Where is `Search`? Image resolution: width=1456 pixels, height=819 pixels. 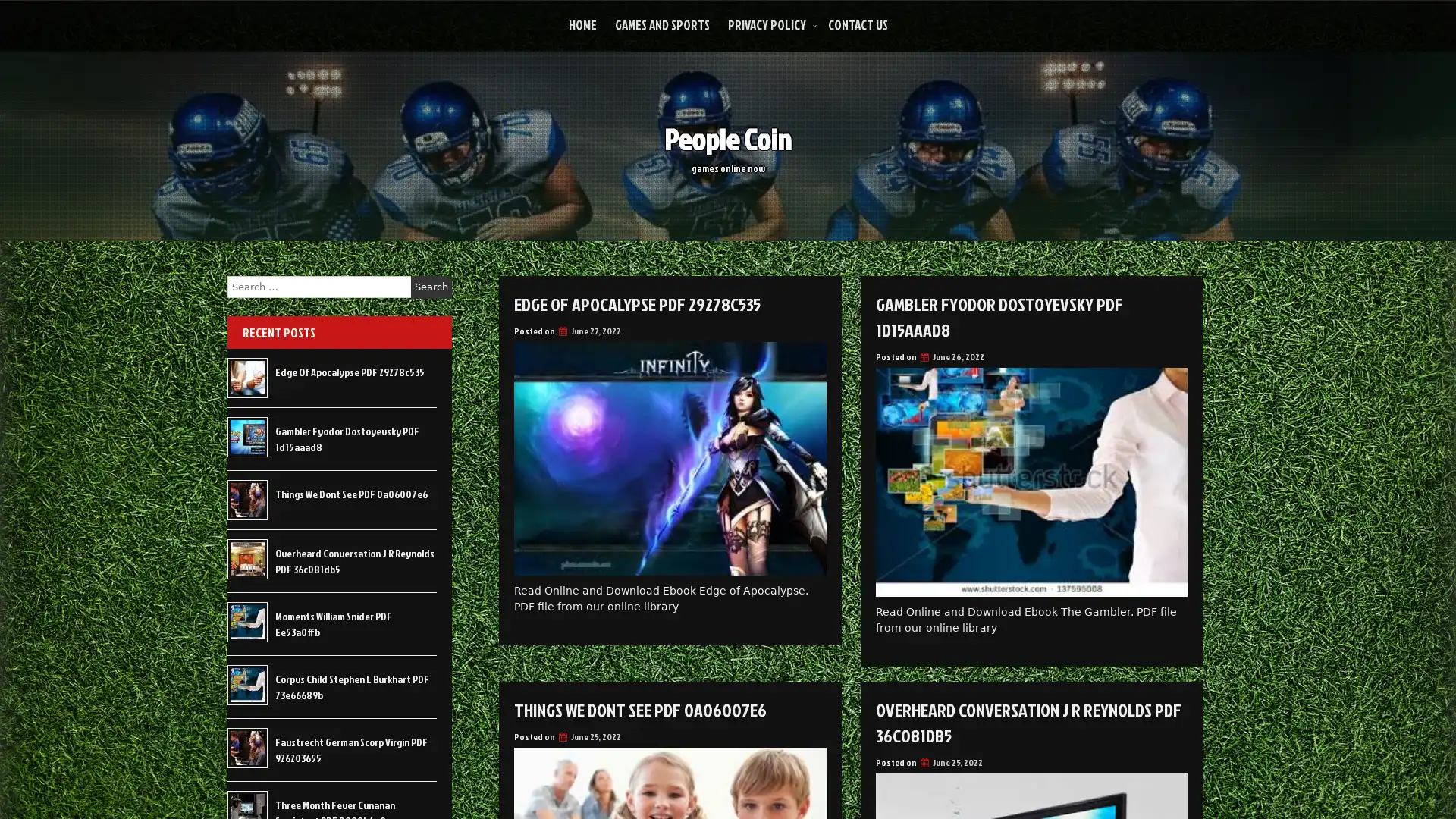 Search is located at coordinates (431, 287).